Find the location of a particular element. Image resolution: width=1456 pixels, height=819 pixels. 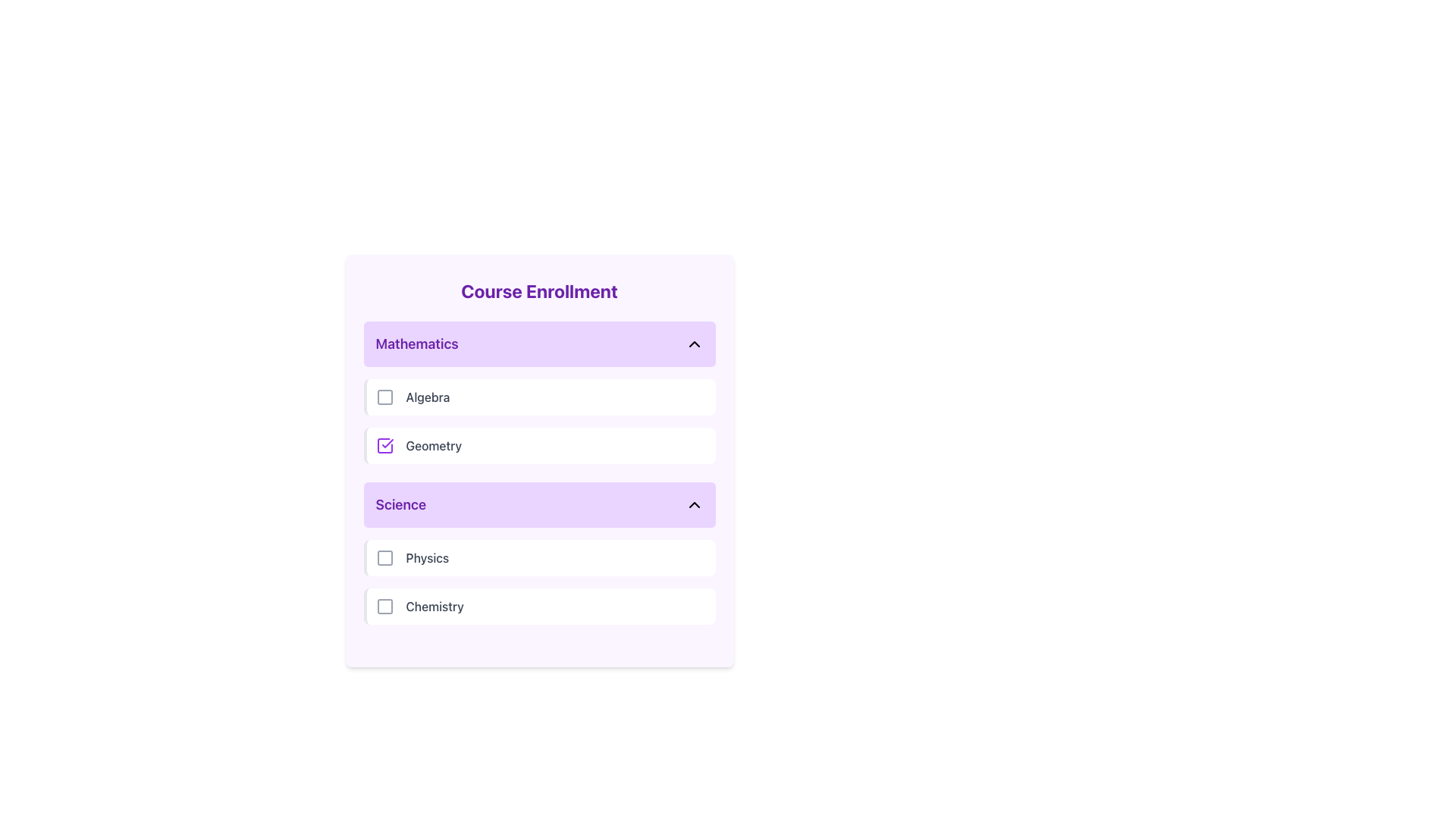

the selectable list item labeled 'Geometry' which has a checkbox and is styled with a white background and a purple edge, located under the 'Mathematics' section is located at coordinates (539, 444).